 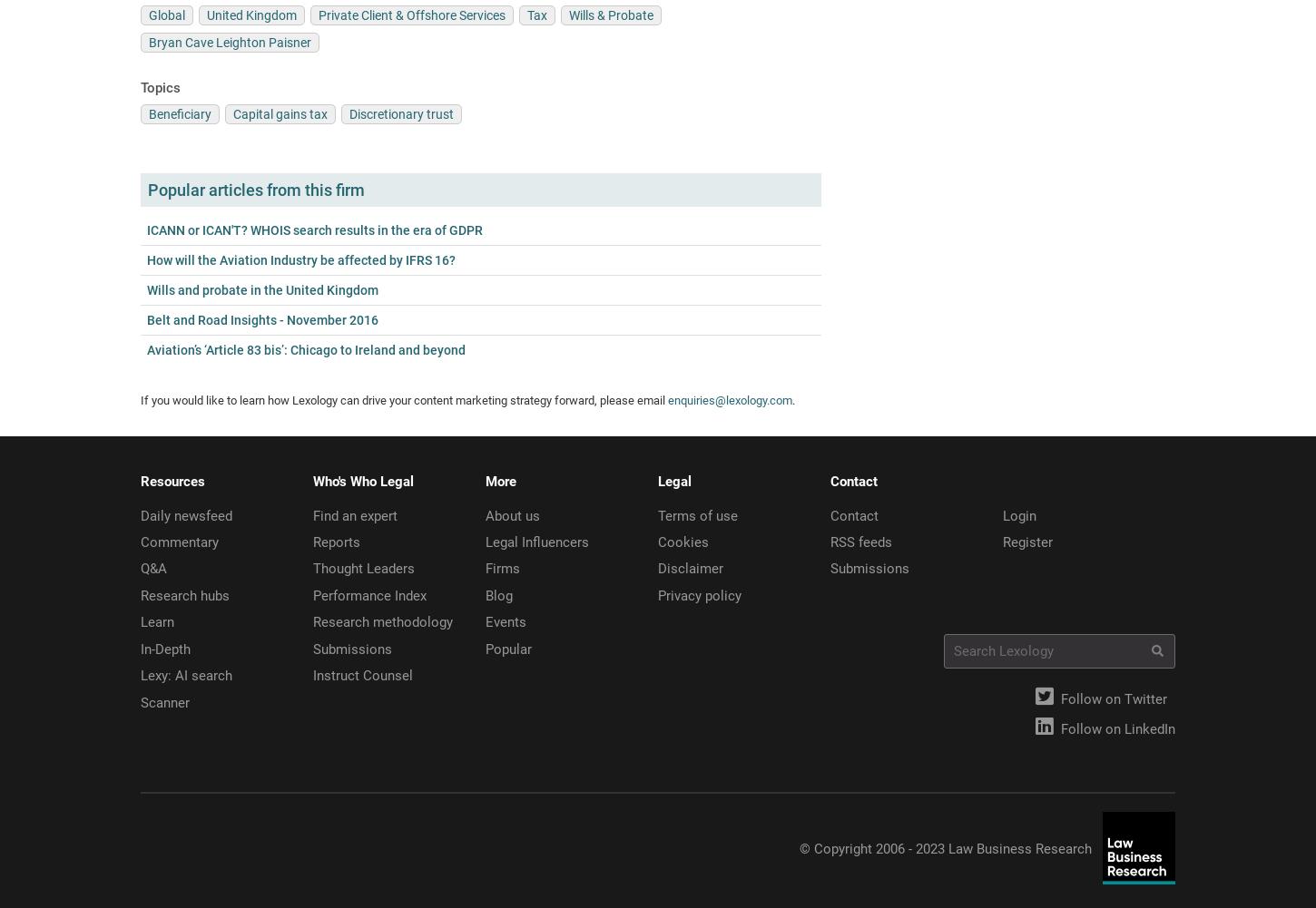 What do you see at coordinates (503, 569) in the screenshot?
I see `'Firms'` at bounding box center [503, 569].